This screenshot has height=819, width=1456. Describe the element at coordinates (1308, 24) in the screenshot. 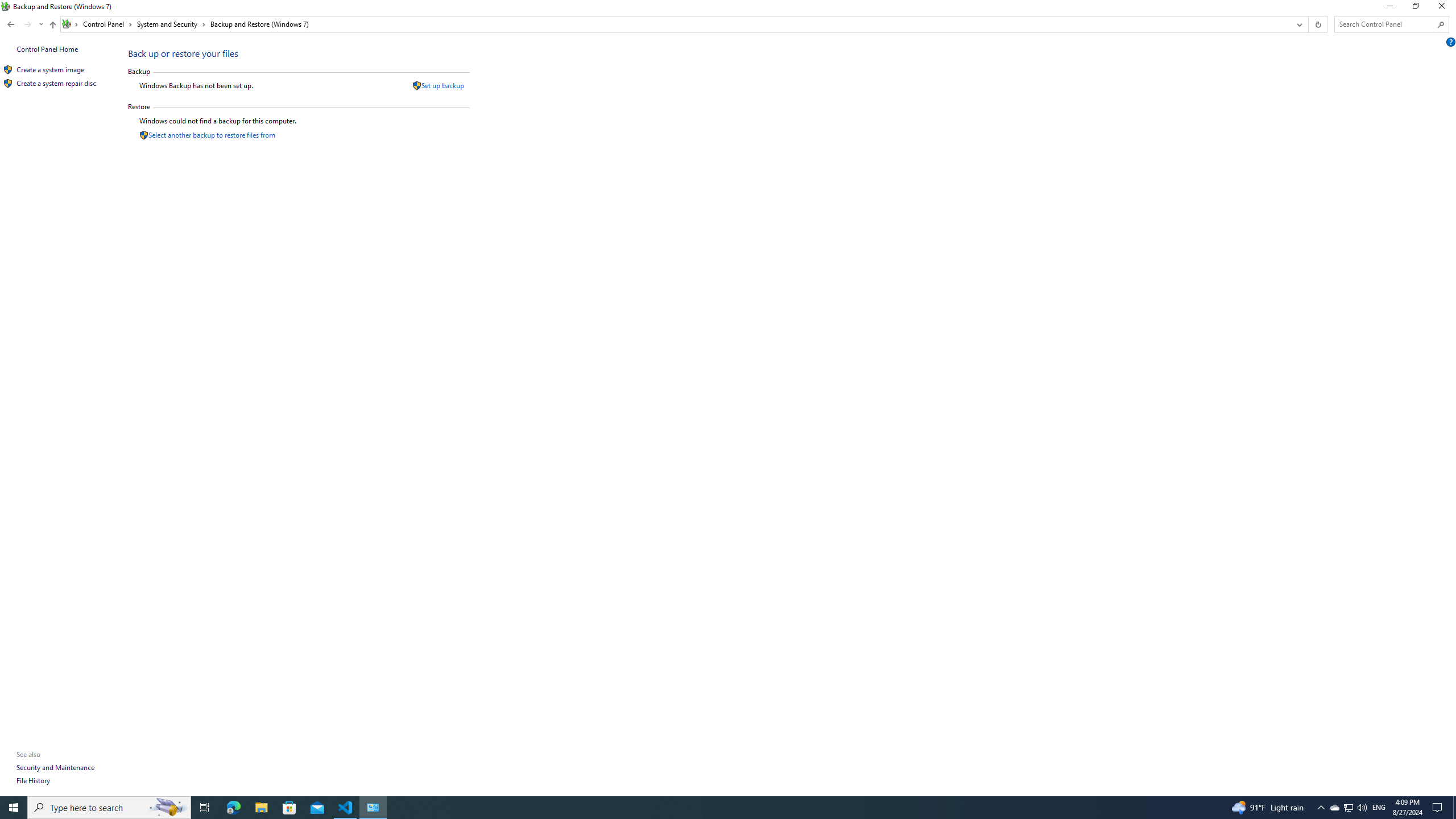

I see `'Address band toolbar'` at that location.